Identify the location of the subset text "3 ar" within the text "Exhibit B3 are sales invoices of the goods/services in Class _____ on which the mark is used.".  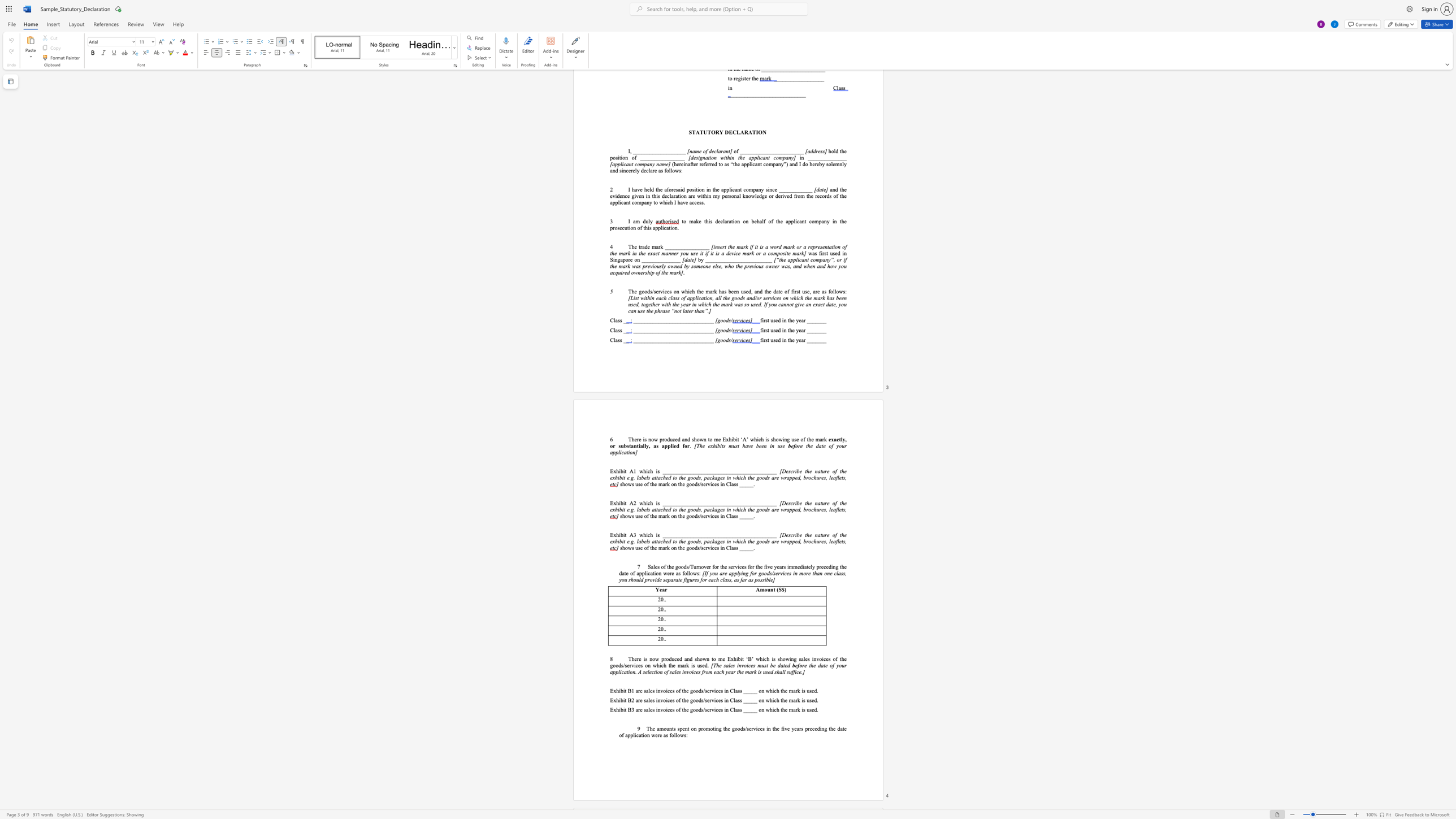
(631, 710).